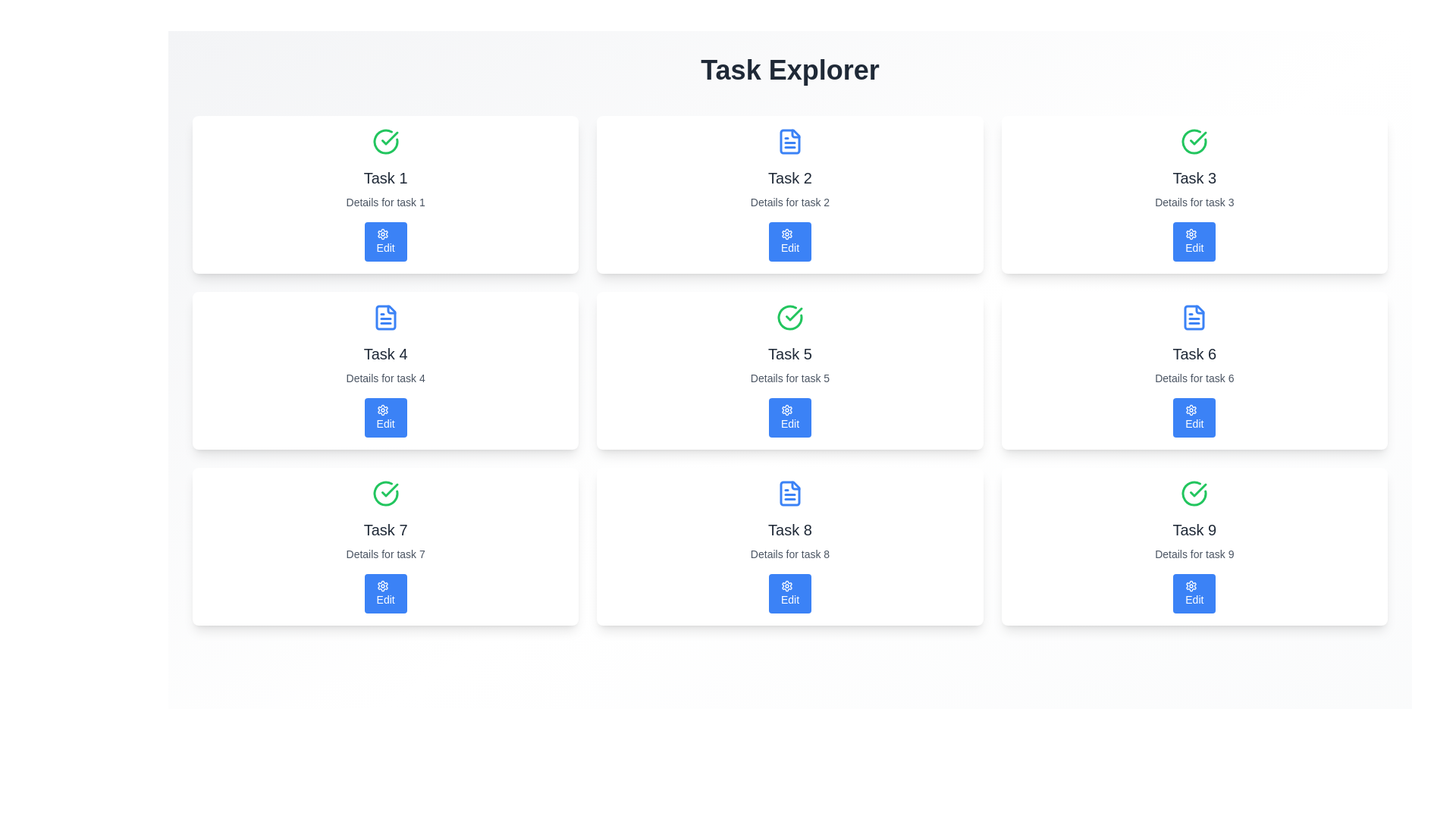 The image size is (1456, 819). What do you see at coordinates (385, 177) in the screenshot?
I see `the title text label in the upper part of the first task card, which is positioned between a green check icon and a smaller description text` at bounding box center [385, 177].